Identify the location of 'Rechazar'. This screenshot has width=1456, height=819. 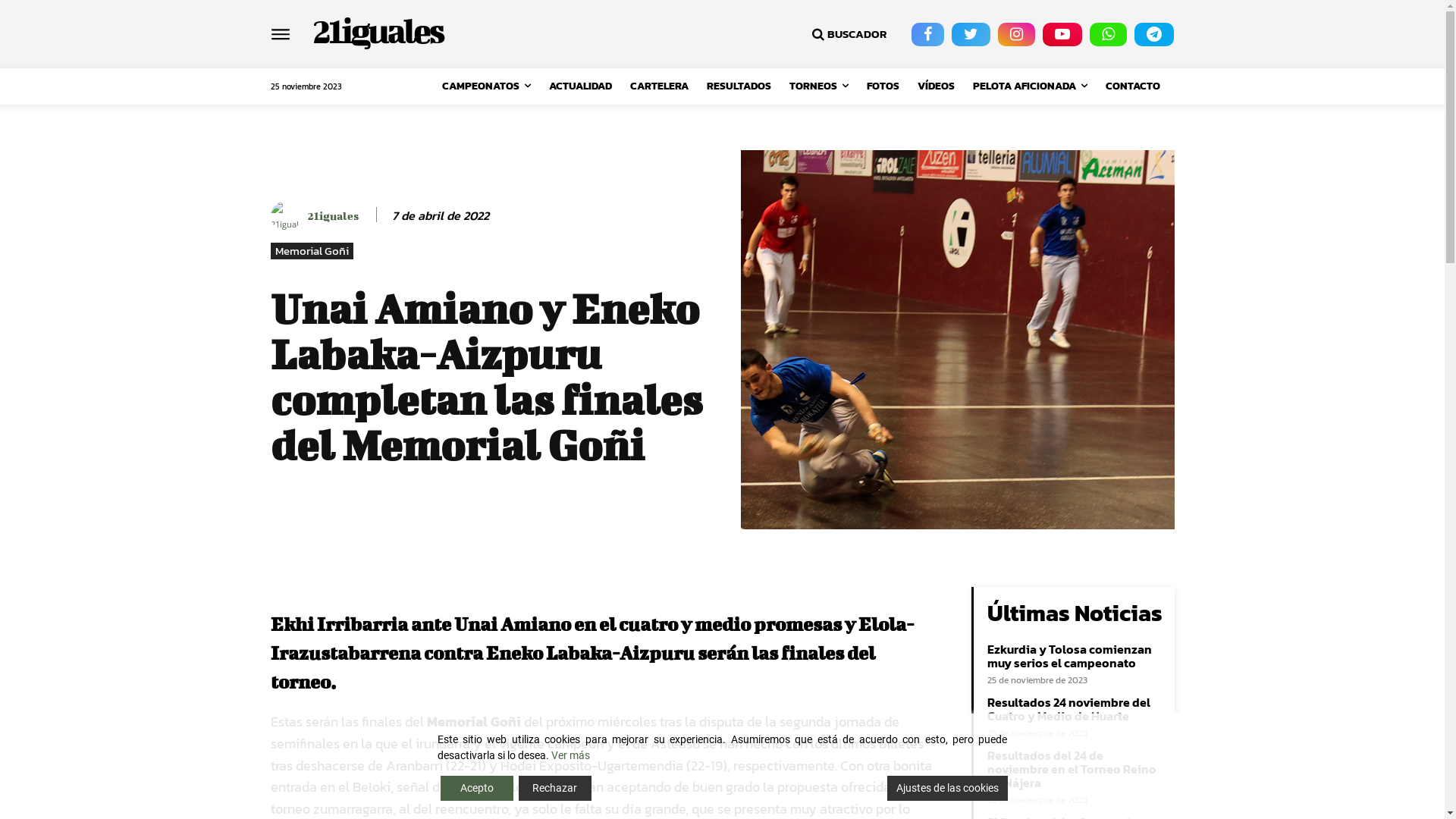
(554, 787).